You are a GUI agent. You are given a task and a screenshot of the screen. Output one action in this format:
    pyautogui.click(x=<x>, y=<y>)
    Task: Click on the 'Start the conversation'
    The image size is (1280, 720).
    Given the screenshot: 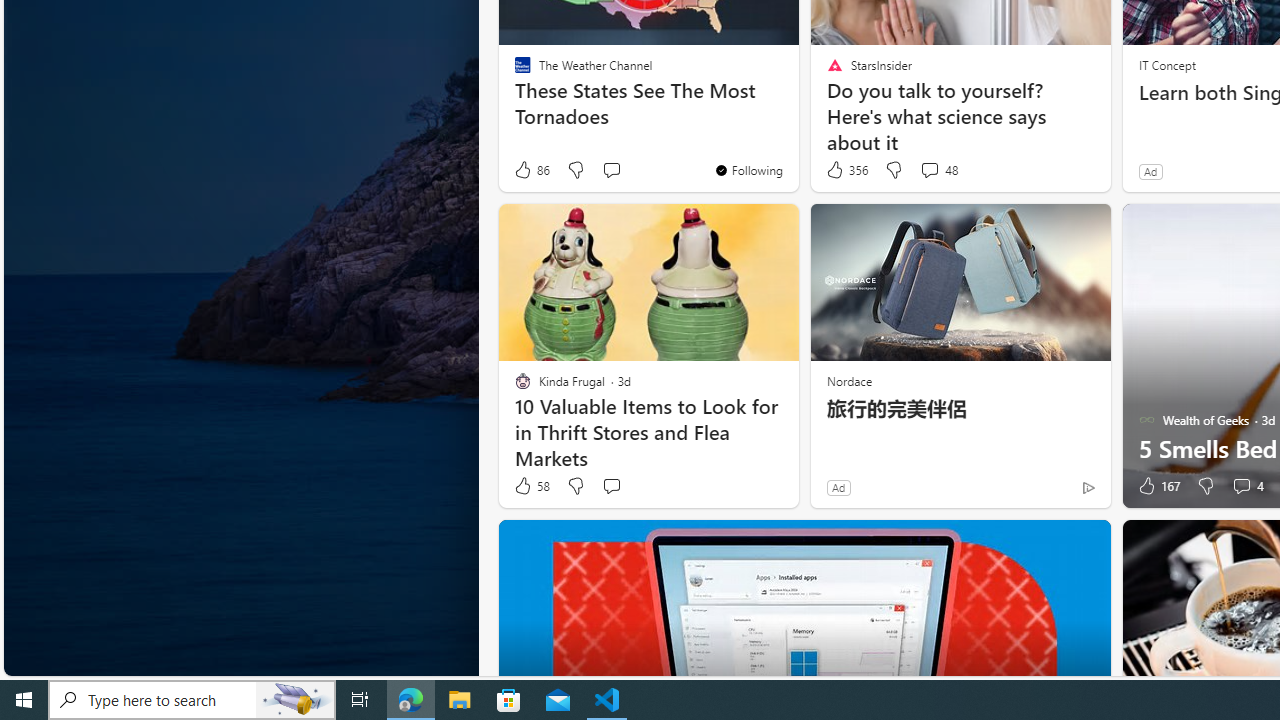 What is the action you would take?
    pyautogui.click(x=610, y=486)
    